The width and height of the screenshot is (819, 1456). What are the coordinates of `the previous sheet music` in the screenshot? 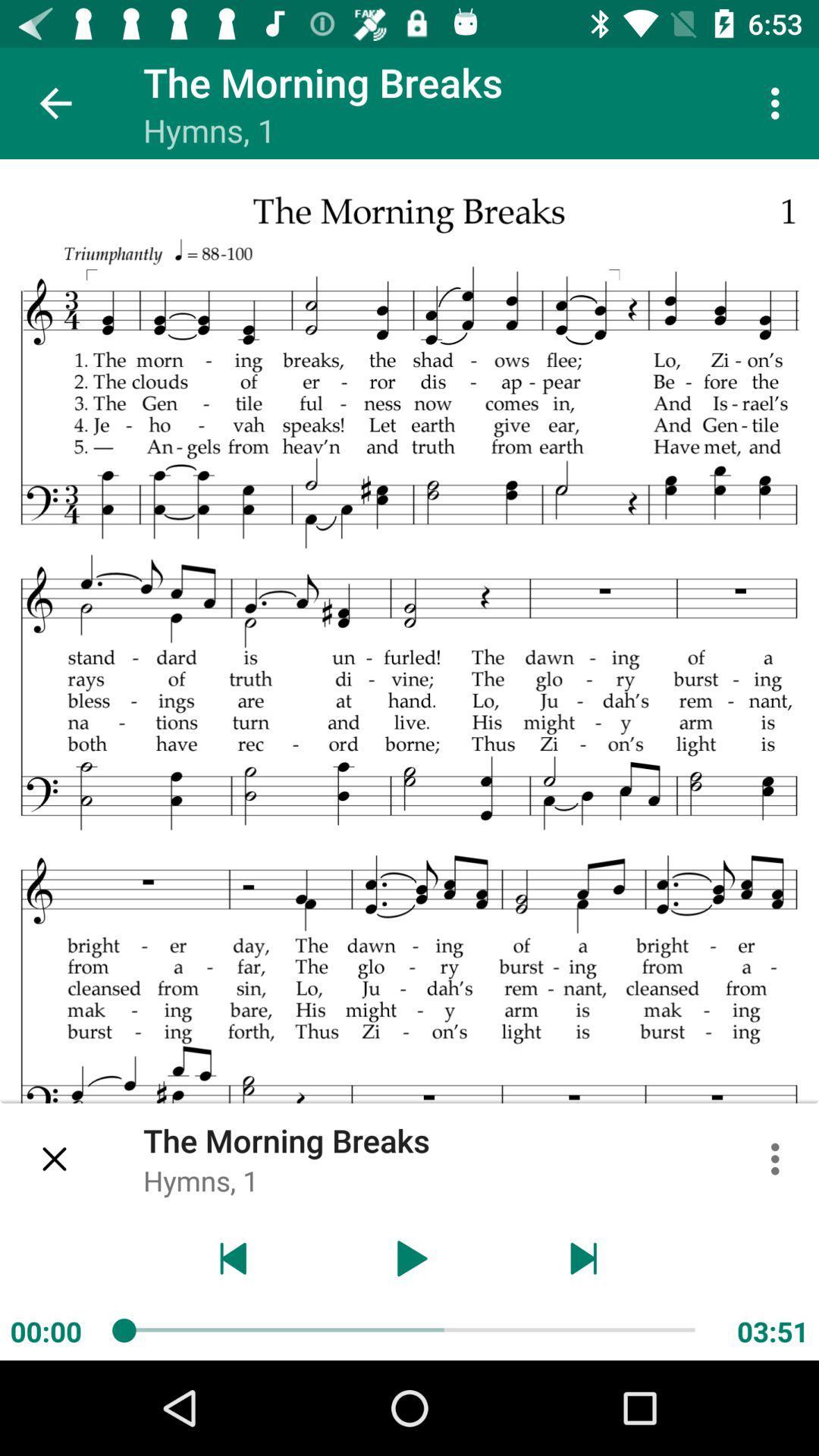 It's located at (234, 1258).